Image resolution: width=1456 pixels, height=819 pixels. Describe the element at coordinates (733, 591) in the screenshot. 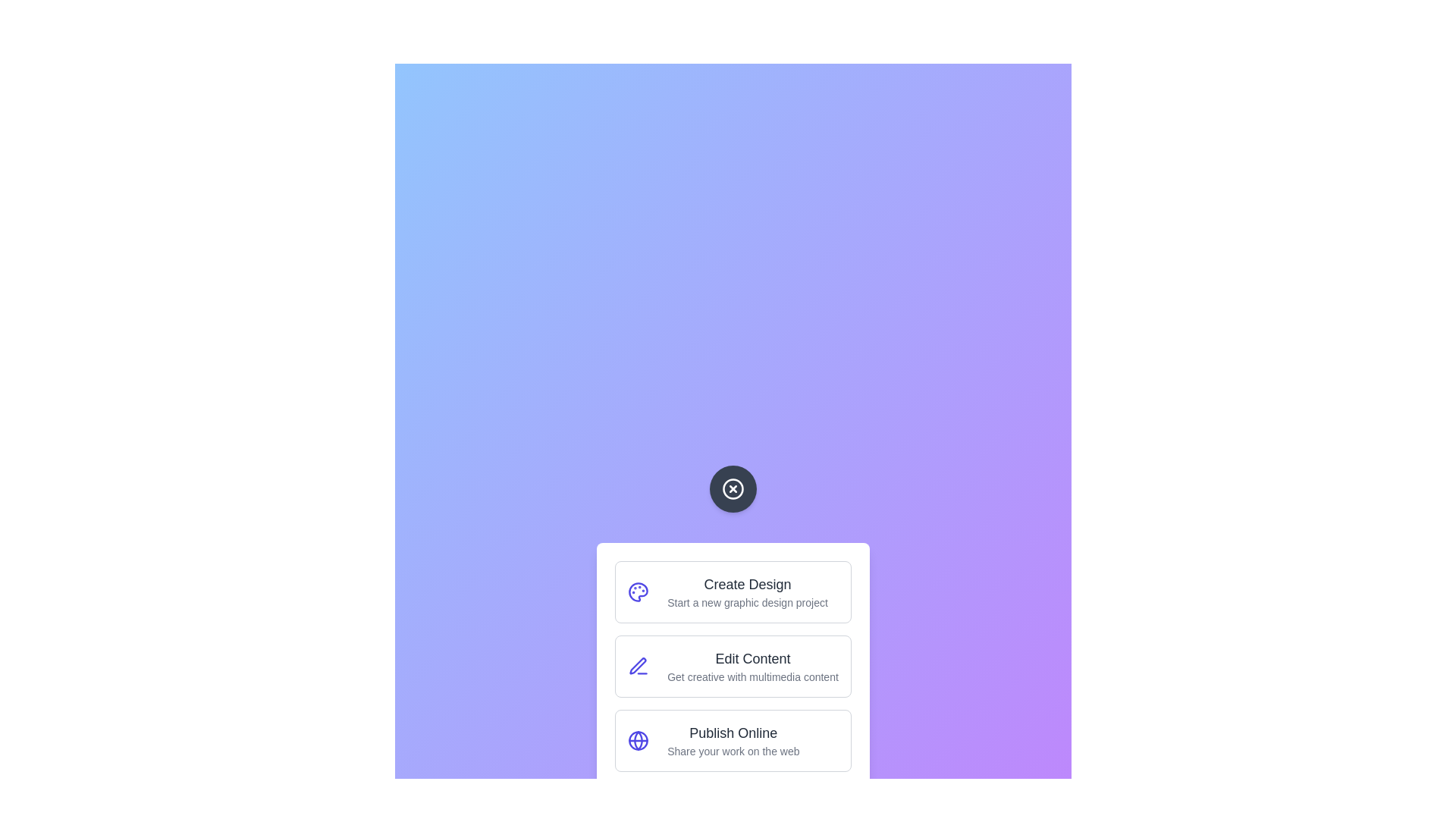

I see `the action item Create Design` at that location.